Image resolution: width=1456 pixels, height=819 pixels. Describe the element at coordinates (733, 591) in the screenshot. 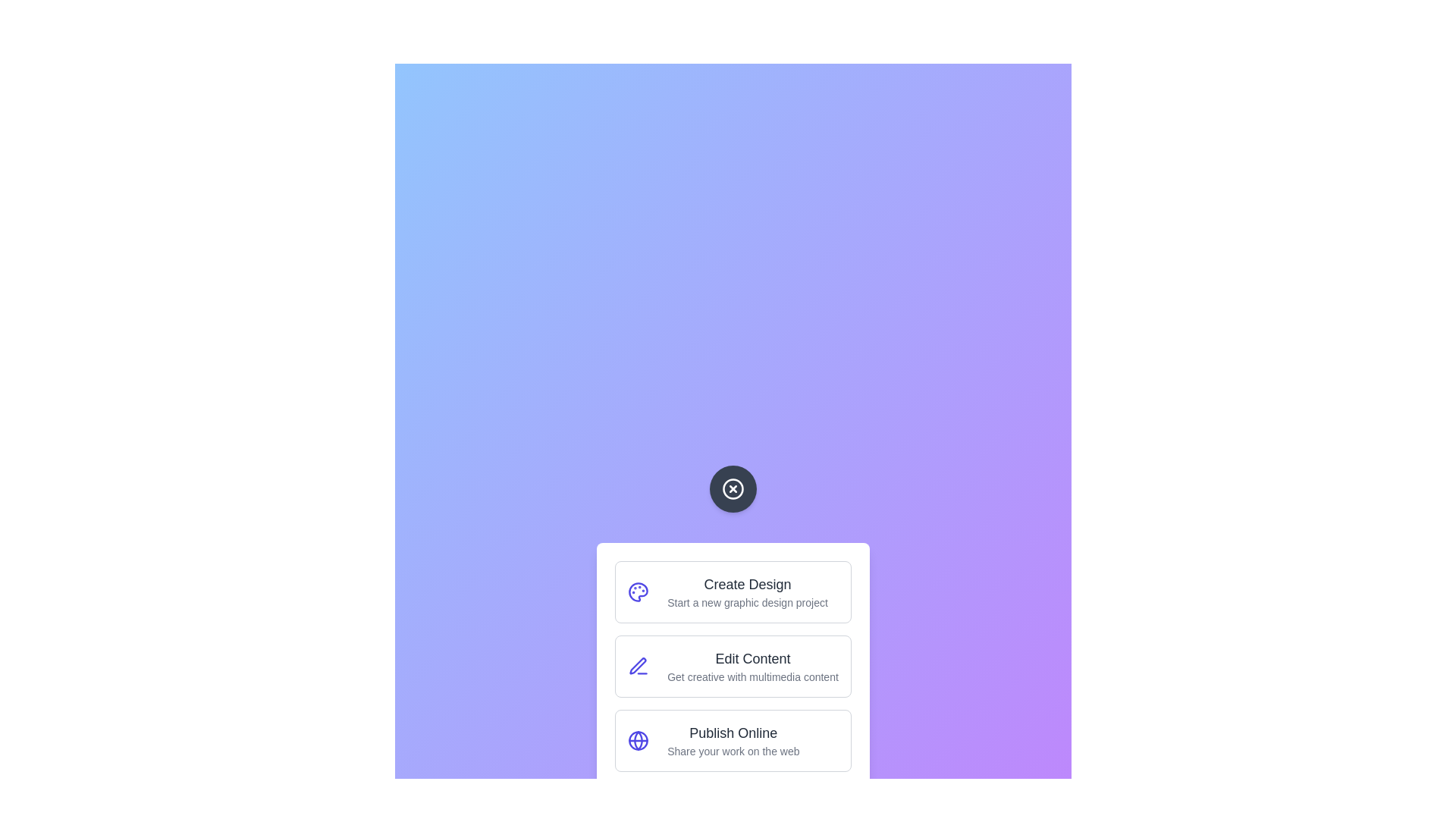

I see `the action item Create Design` at that location.